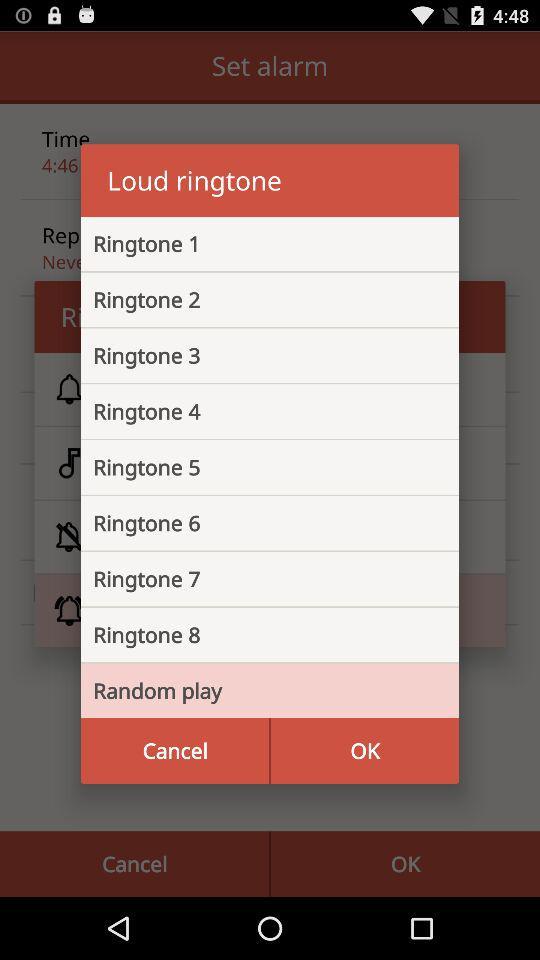 Image resolution: width=540 pixels, height=960 pixels. What do you see at coordinates (254, 467) in the screenshot?
I see `the icon below the ringtone 4 item` at bounding box center [254, 467].